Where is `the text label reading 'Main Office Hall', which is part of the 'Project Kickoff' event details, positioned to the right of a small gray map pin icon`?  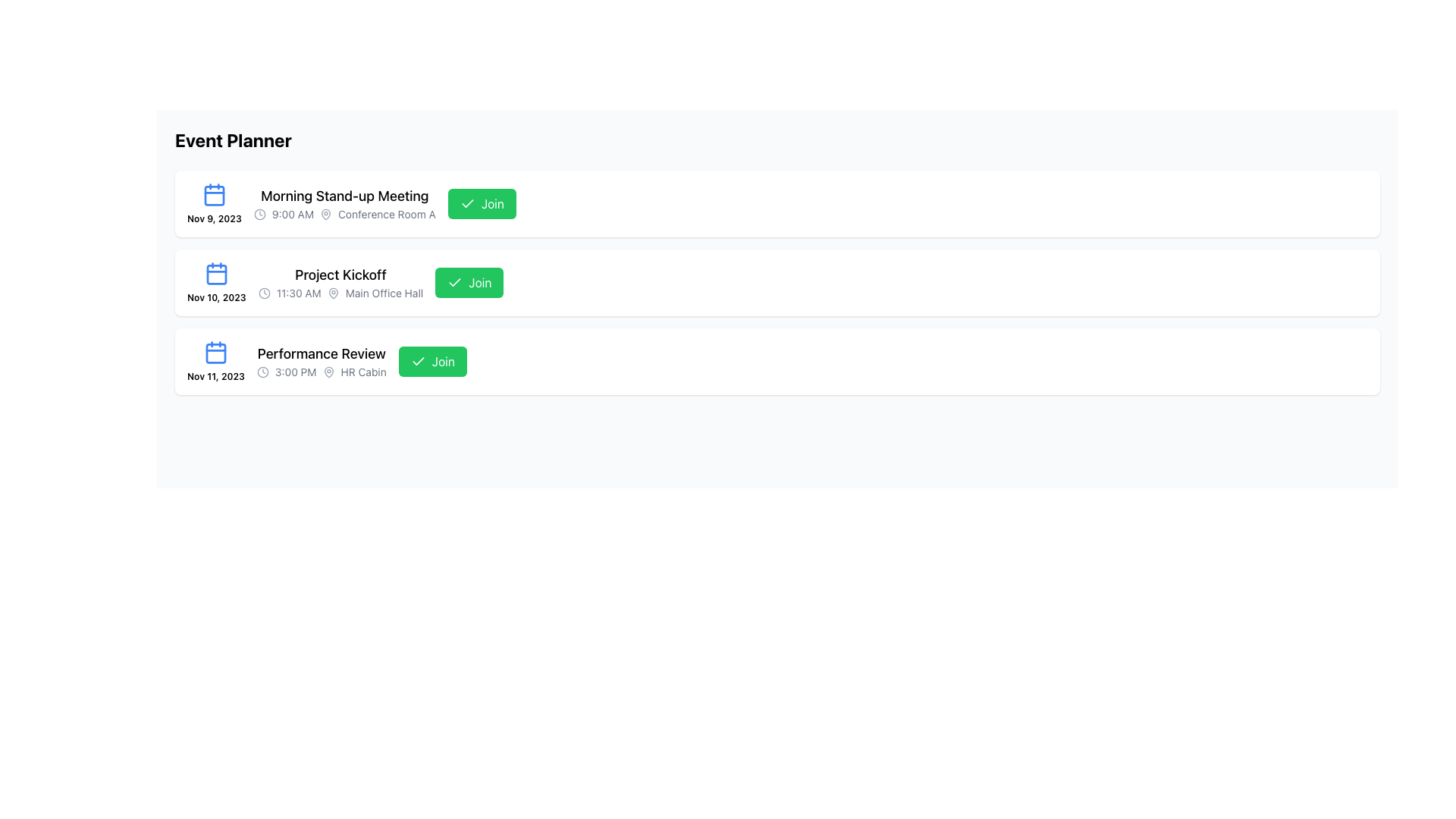
the text label reading 'Main Office Hall', which is part of the 'Project Kickoff' event details, positioned to the right of a small gray map pin icon is located at coordinates (384, 293).